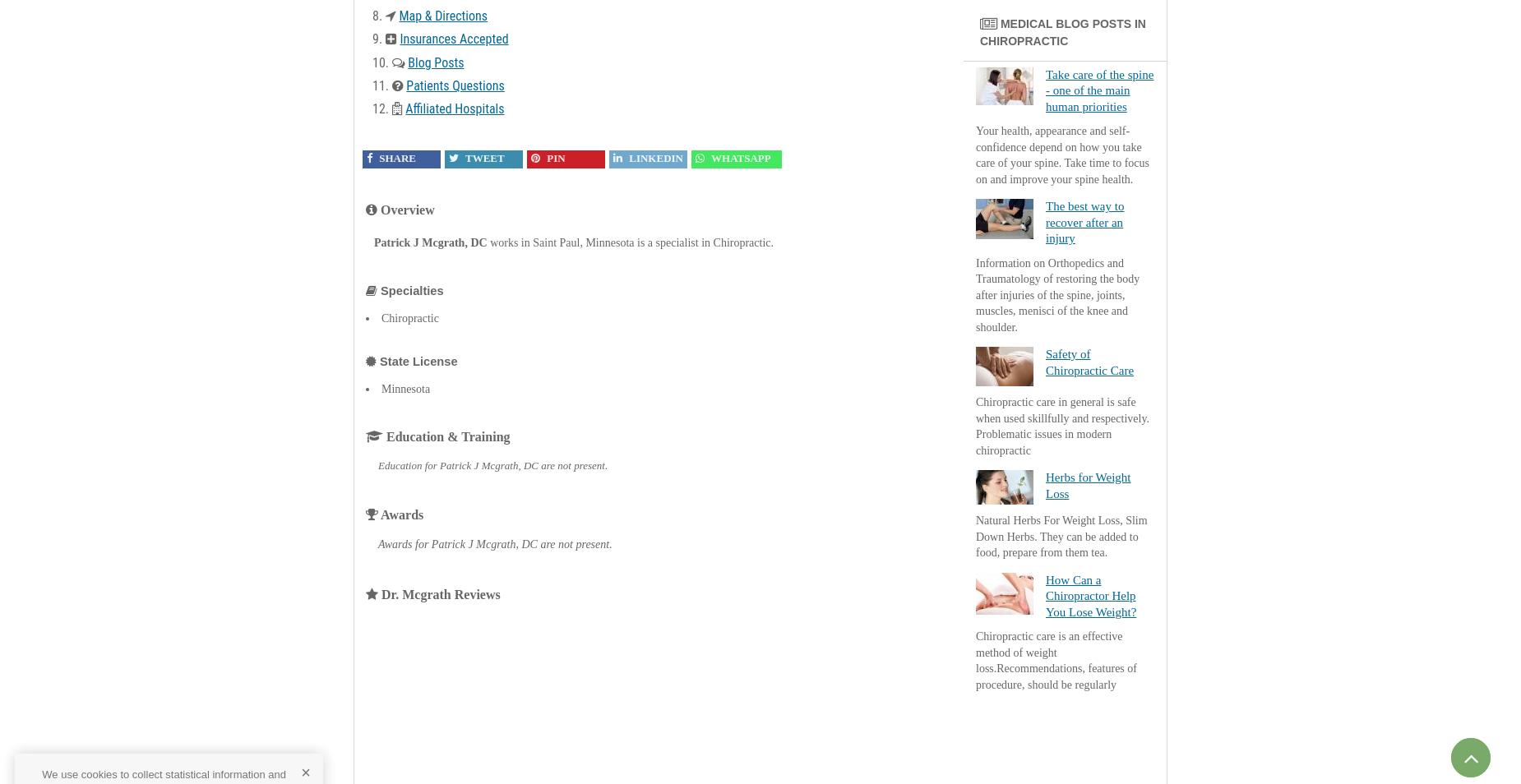 This screenshot has width=1521, height=784. What do you see at coordinates (409, 317) in the screenshot?
I see `'Chiropractic'` at bounding box center [409, 317].